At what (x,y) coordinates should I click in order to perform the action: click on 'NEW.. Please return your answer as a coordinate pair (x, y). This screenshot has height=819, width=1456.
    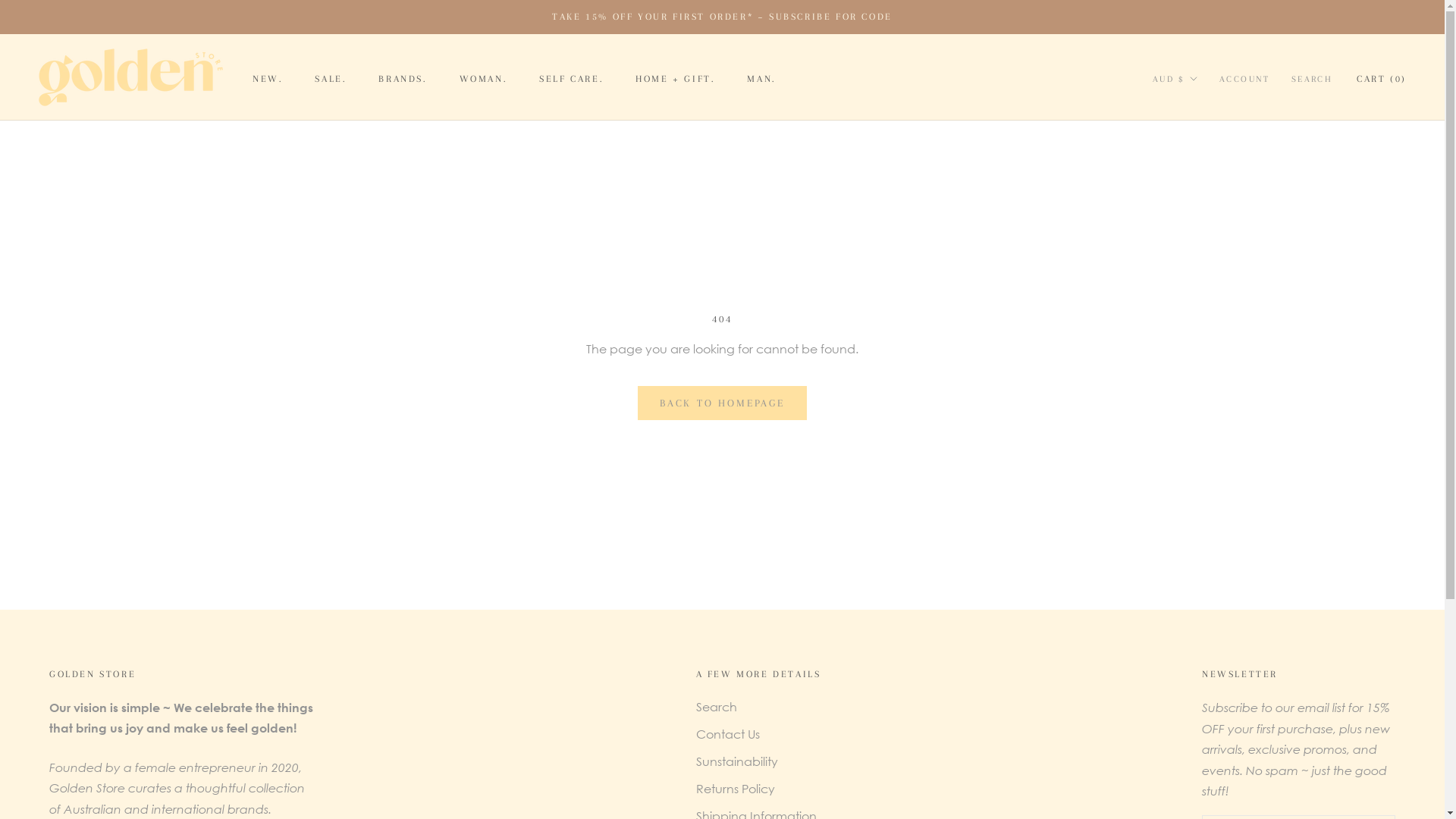
    Looking at the image, I should click on (268, 79).